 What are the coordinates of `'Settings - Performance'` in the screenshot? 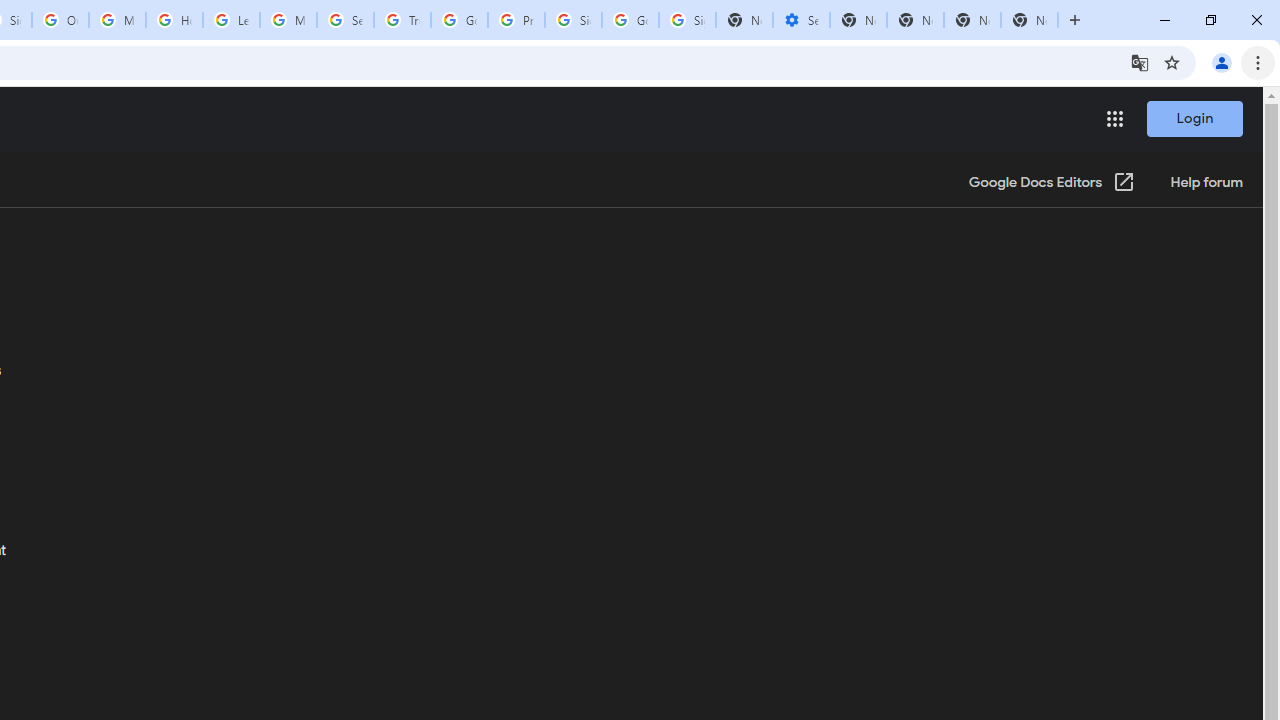 It's located at (801, 20).